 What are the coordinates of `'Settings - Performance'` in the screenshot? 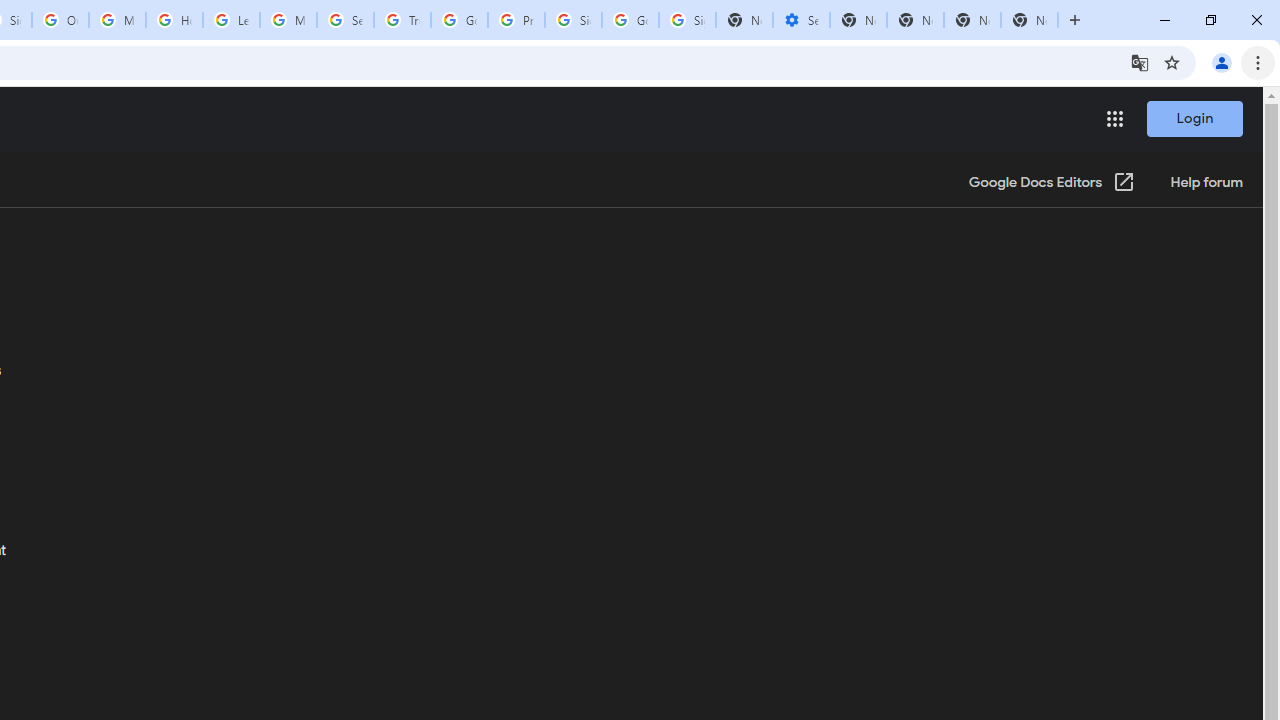 It's located at (801, 20).